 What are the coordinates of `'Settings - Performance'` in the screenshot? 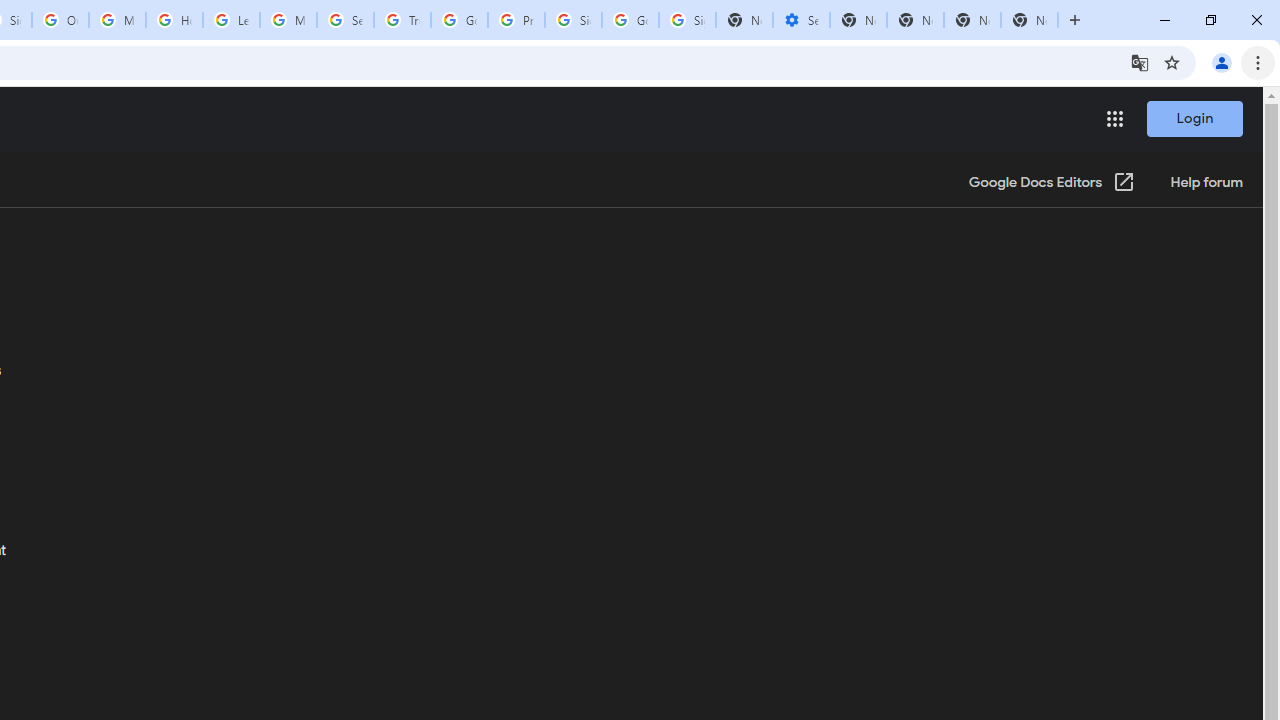 It's located at (801, 20).